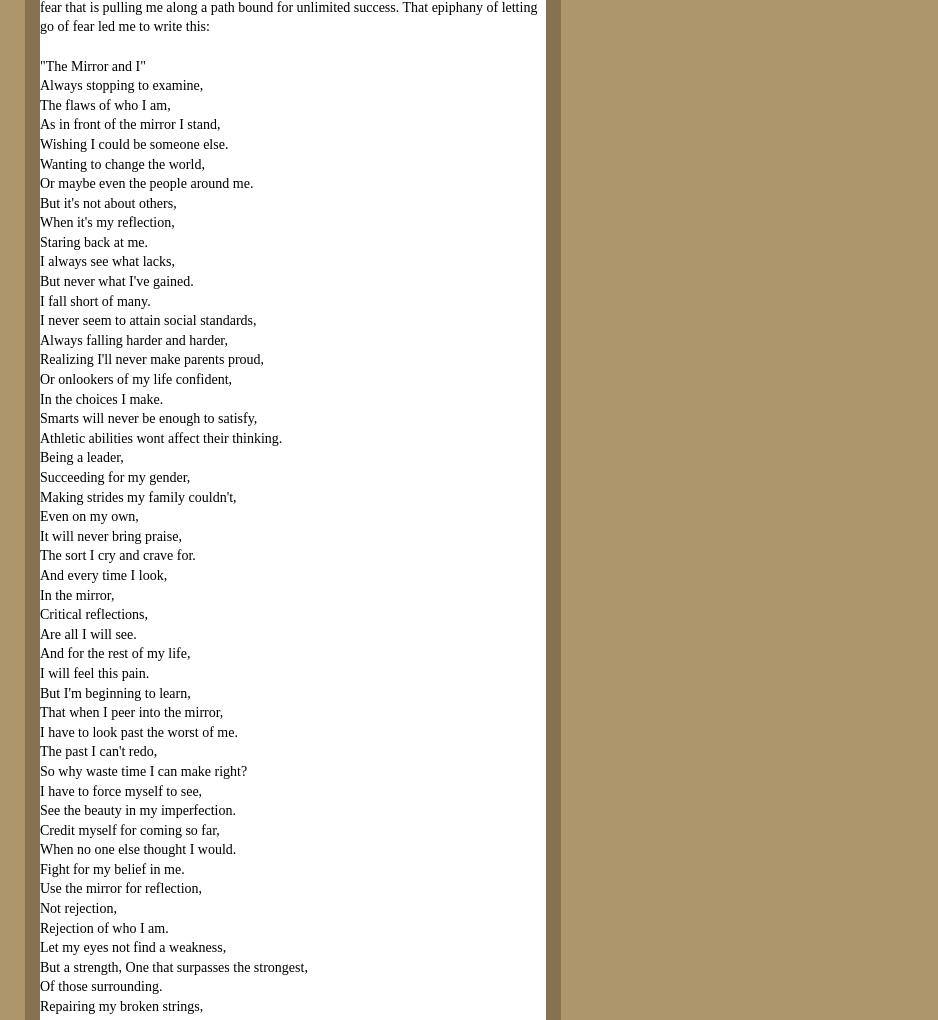 This screenshot has width=938, height=1020. Describe the element at coordinates (120, 789) in the screenshot. I see `'I have to force myself to see,'` at that location.